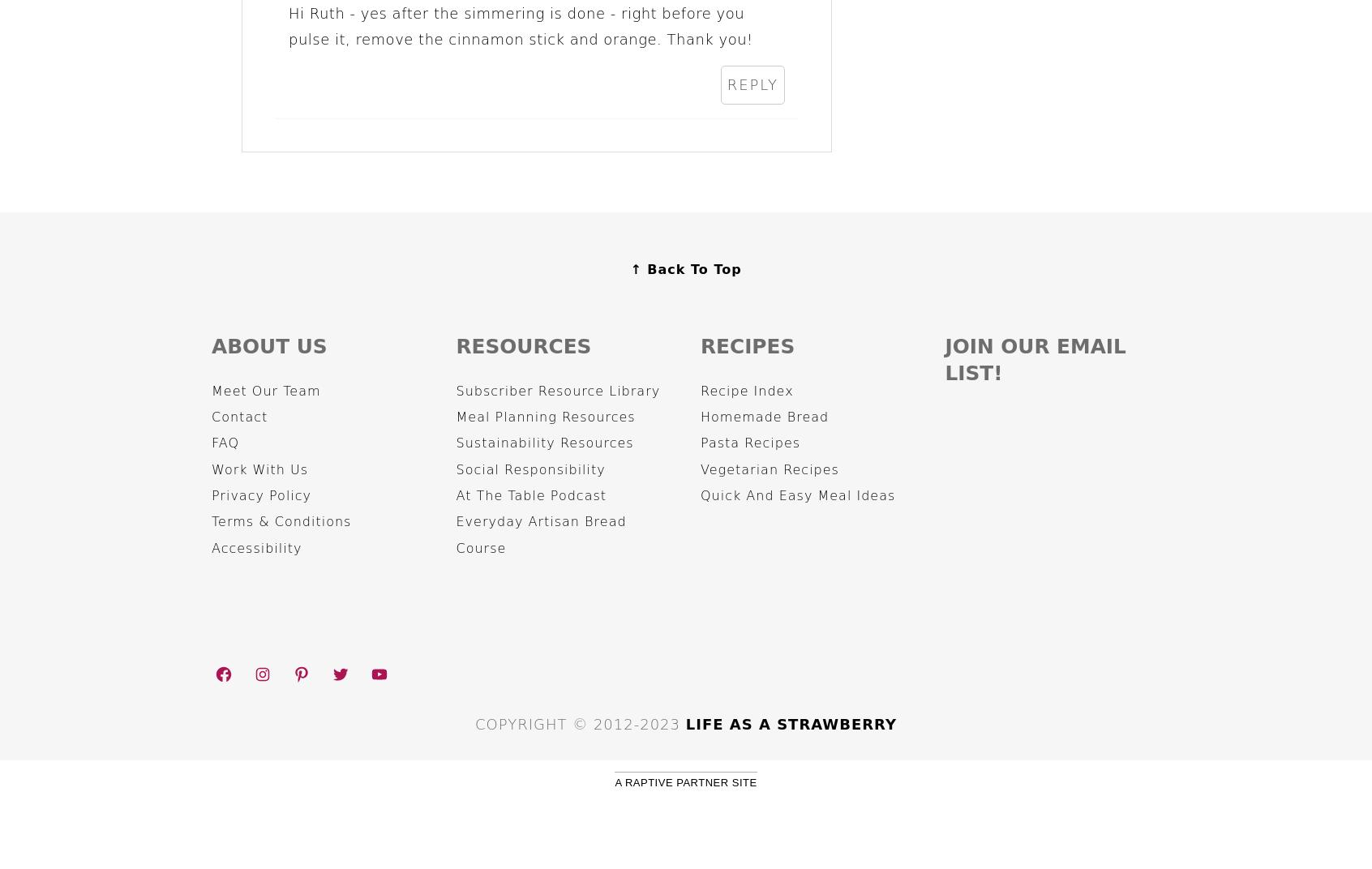 The image size is (1372, 869). Describe the element at coordinates (764, 416) in the screenshot. I see `'Homemade Bread'` at that location.